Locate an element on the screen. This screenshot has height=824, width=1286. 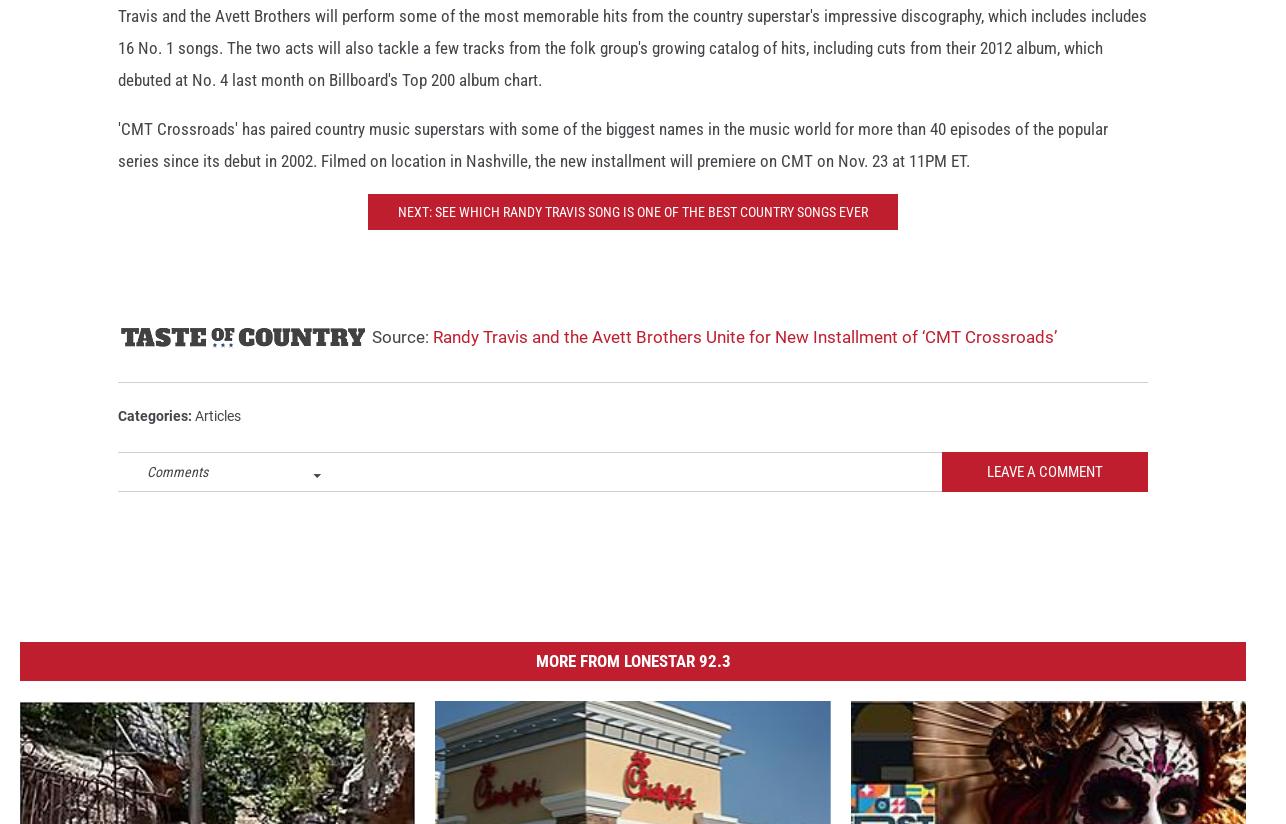
'Randy Travis and the Avett Brothers Unite for New Installment of ‘CMT Crossroads’' is located at coordinates (744, 353).